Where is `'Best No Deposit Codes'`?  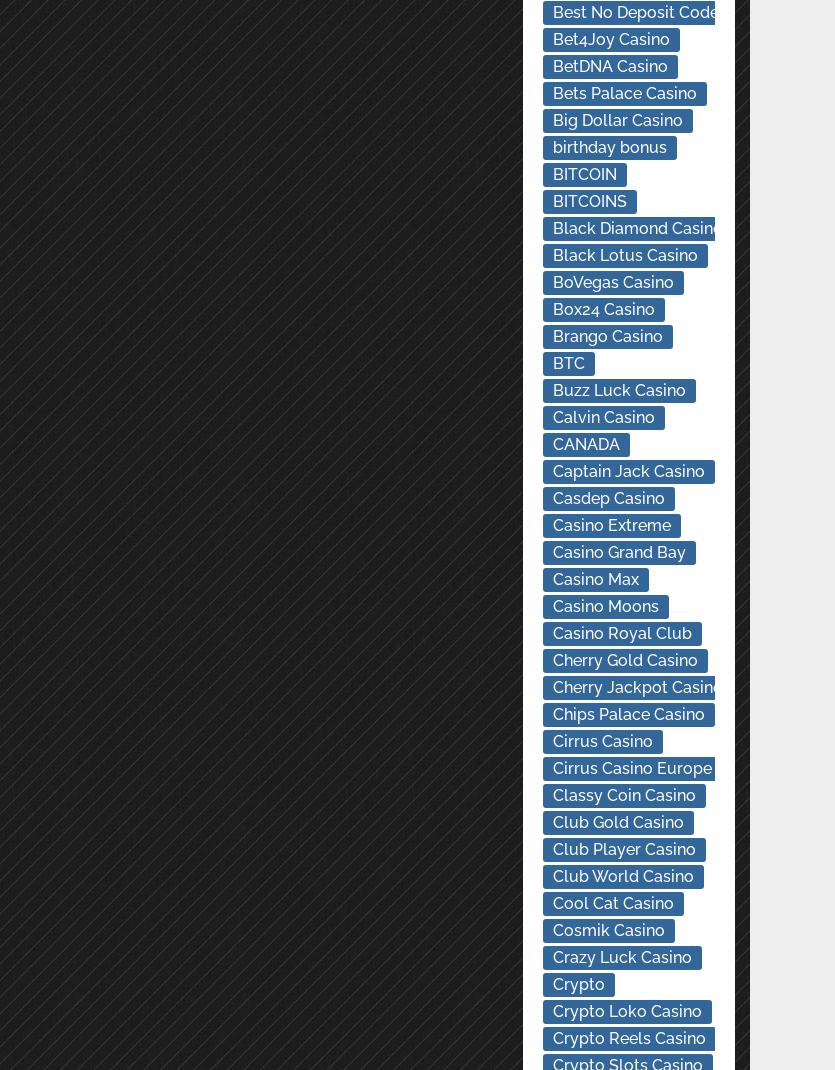
'Best No Deposit Codes' is located at coordinates (638, 11).